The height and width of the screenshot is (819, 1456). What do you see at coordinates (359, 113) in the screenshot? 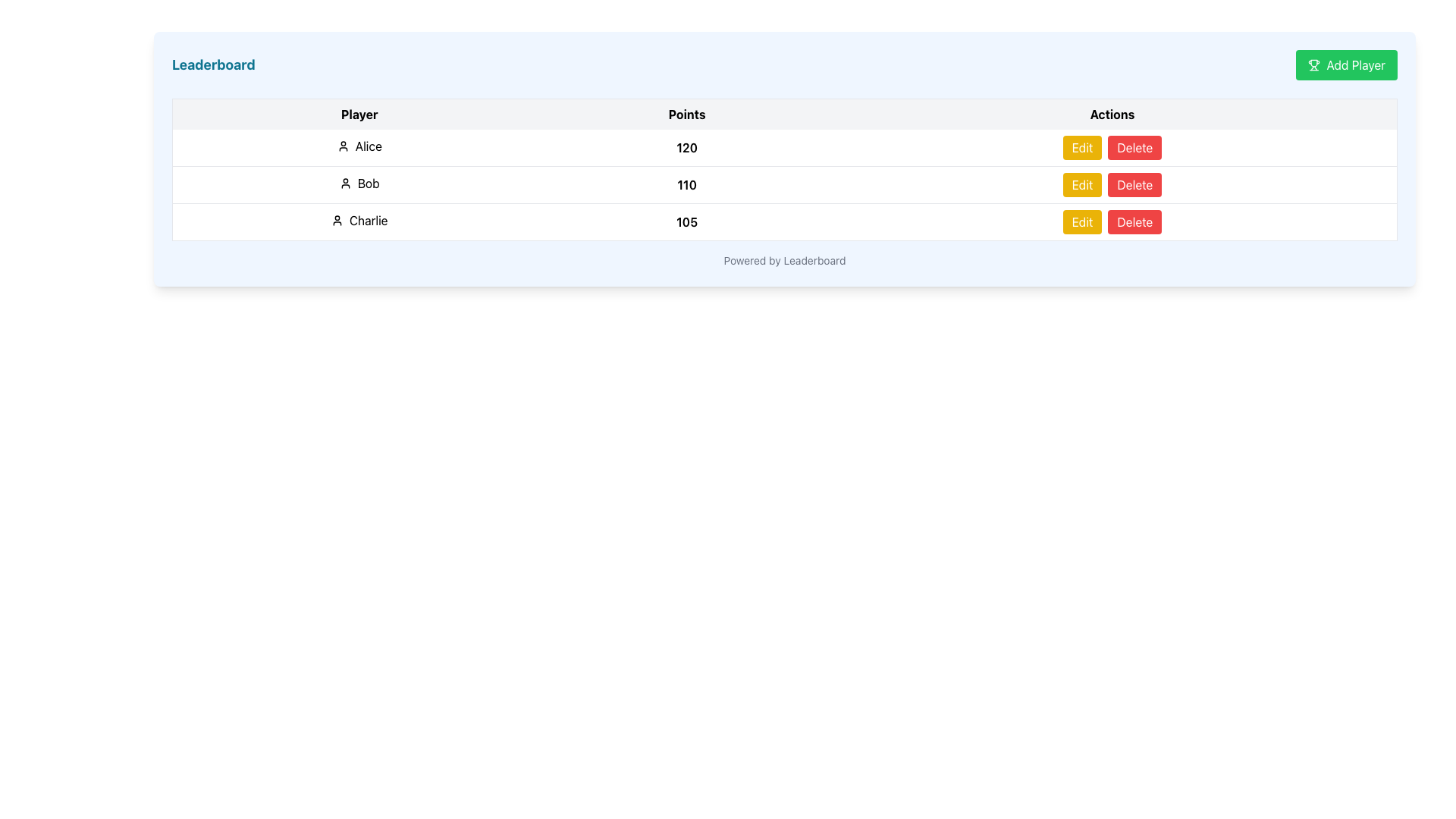
I see `the text label displaying 'Player', which is styled in bold black font on a light gray background and is the first label in a header row` at bounding box center [359, 113].